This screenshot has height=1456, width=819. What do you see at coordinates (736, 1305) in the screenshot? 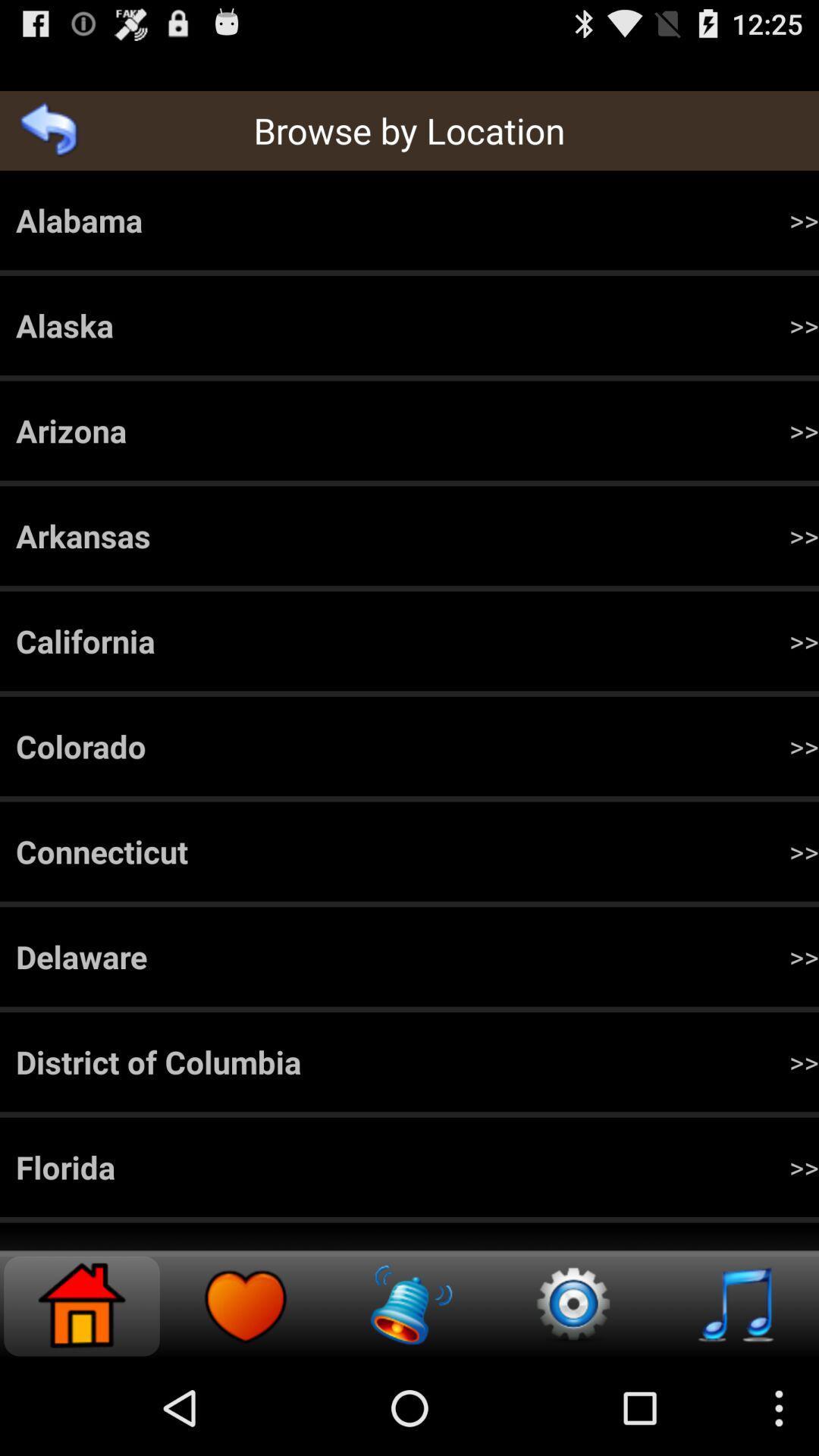
I see `the bottom corner music option` at bounding box center [736, 1305].